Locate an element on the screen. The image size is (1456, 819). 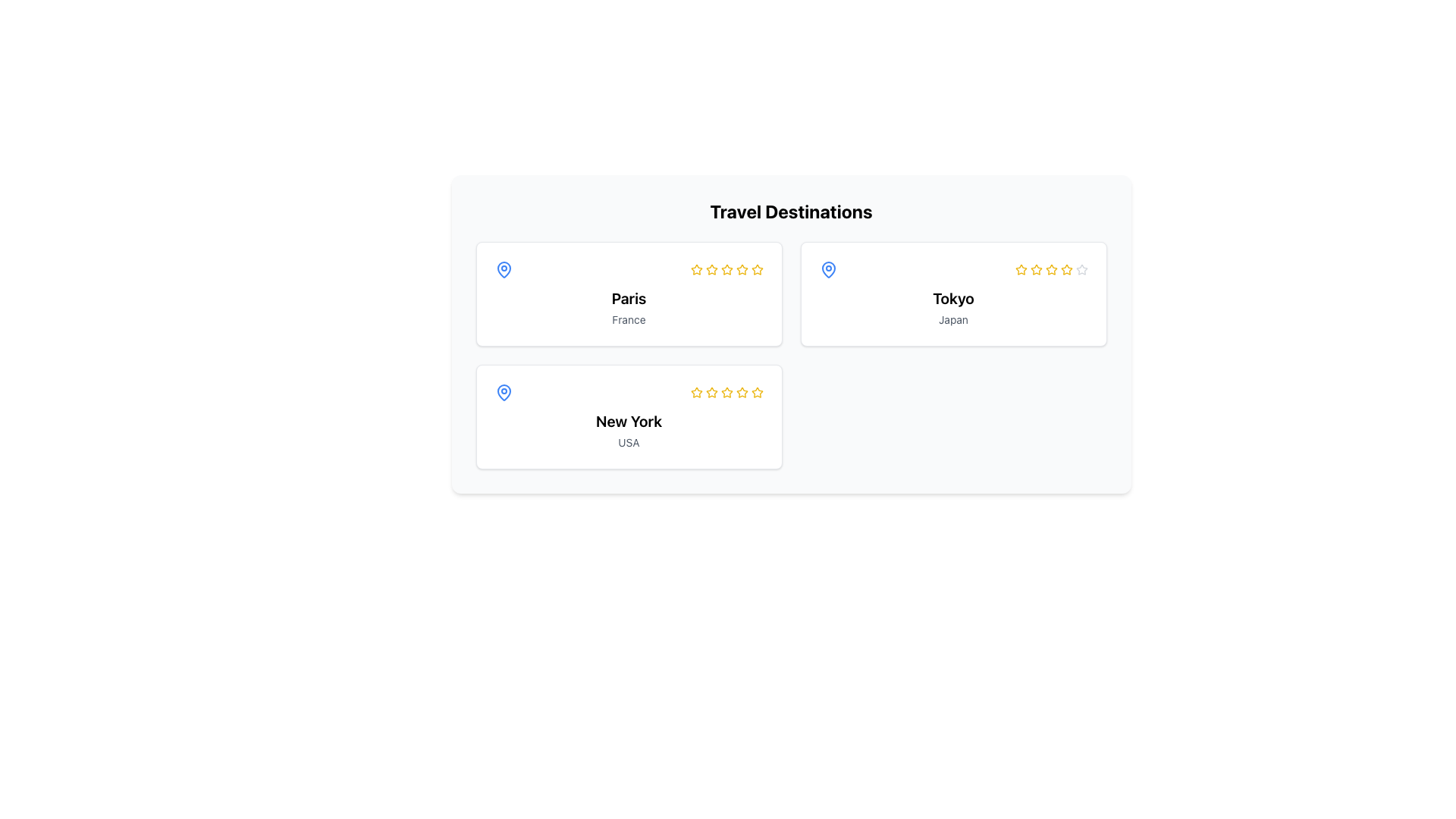
the 'New York' text label located in the bottom-left card of the grid layout labeled 'Travel Destinations' is located at coordinates (629, 421).